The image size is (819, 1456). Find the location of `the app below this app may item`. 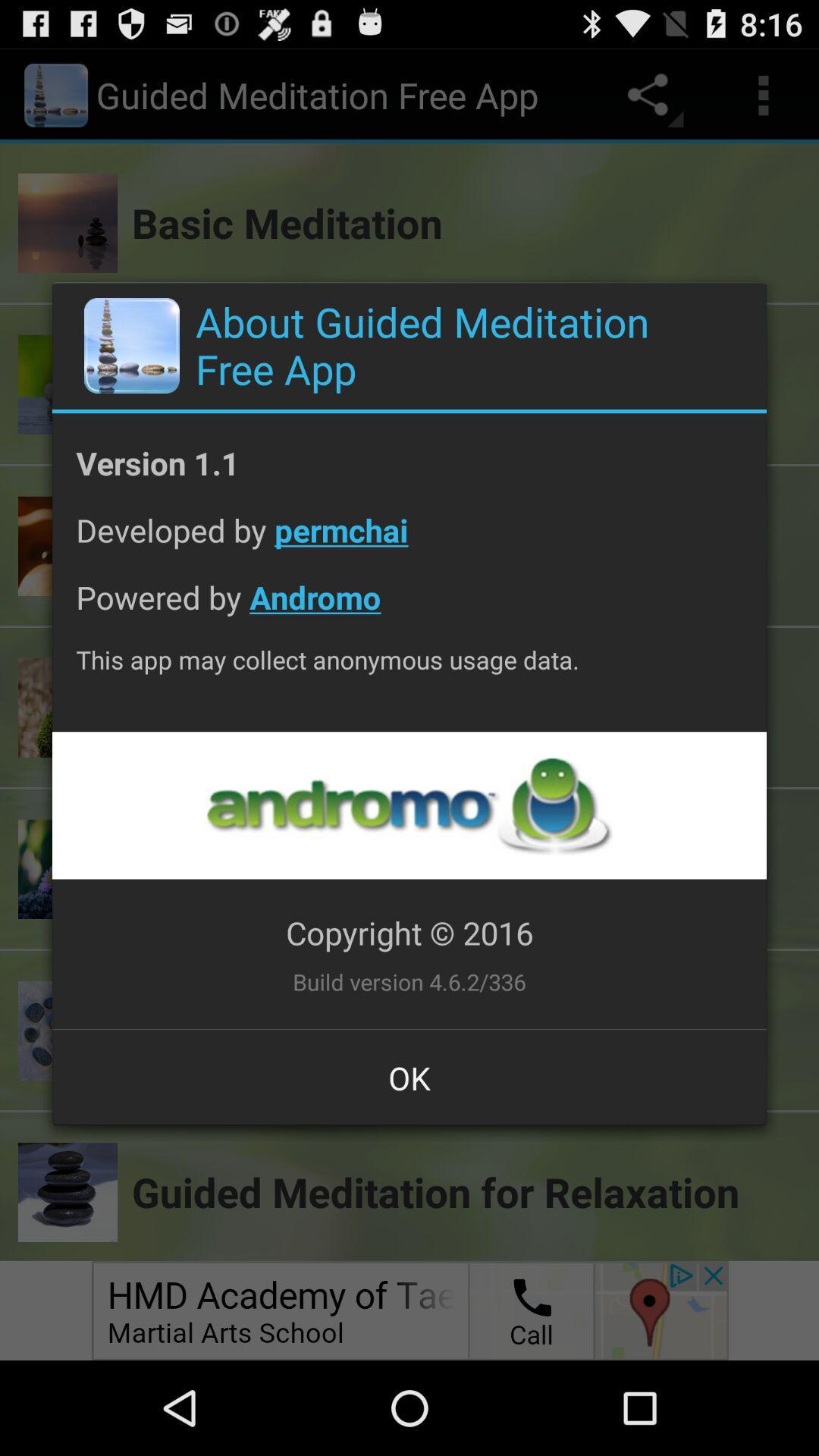

the app below this app may item is located at coordinates (408, 805).